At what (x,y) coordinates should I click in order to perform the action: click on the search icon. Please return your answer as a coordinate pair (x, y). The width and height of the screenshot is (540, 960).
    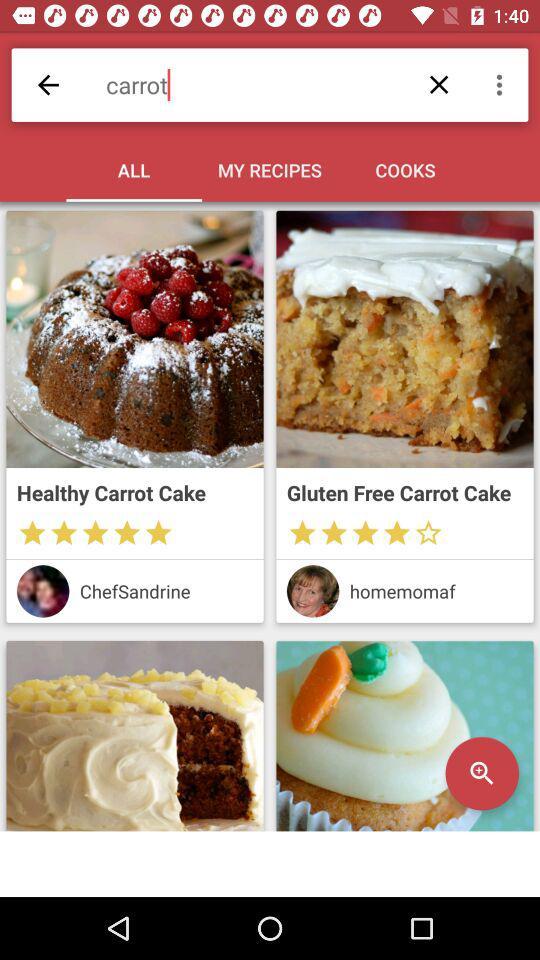
    Looking at the image, I should click on (481, 772).